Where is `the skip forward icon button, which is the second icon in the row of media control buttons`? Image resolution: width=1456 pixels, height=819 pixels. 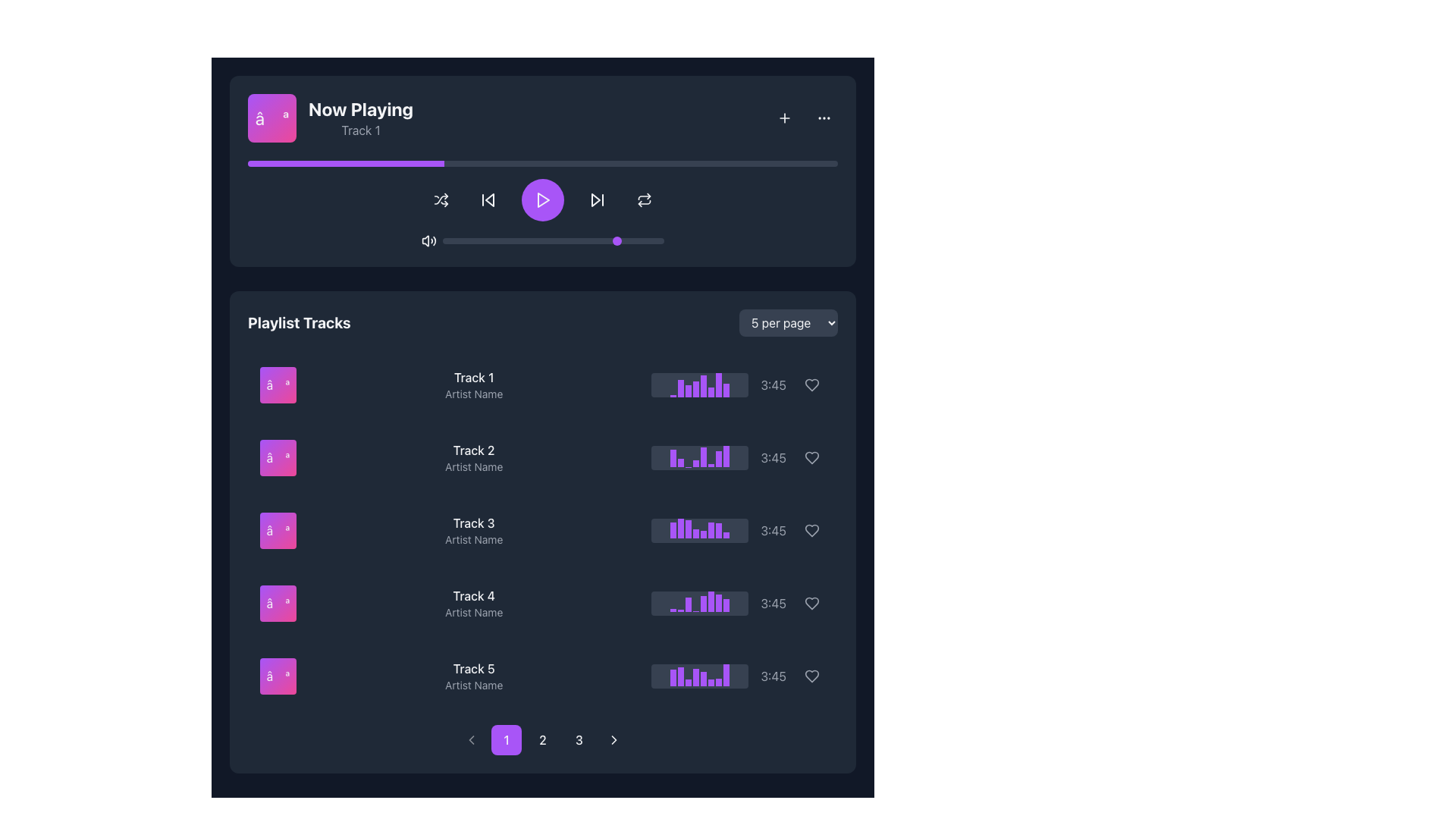
the skip forward icon button, which is the second icon in the row of media control buttons is located at coordinates (596, 199).